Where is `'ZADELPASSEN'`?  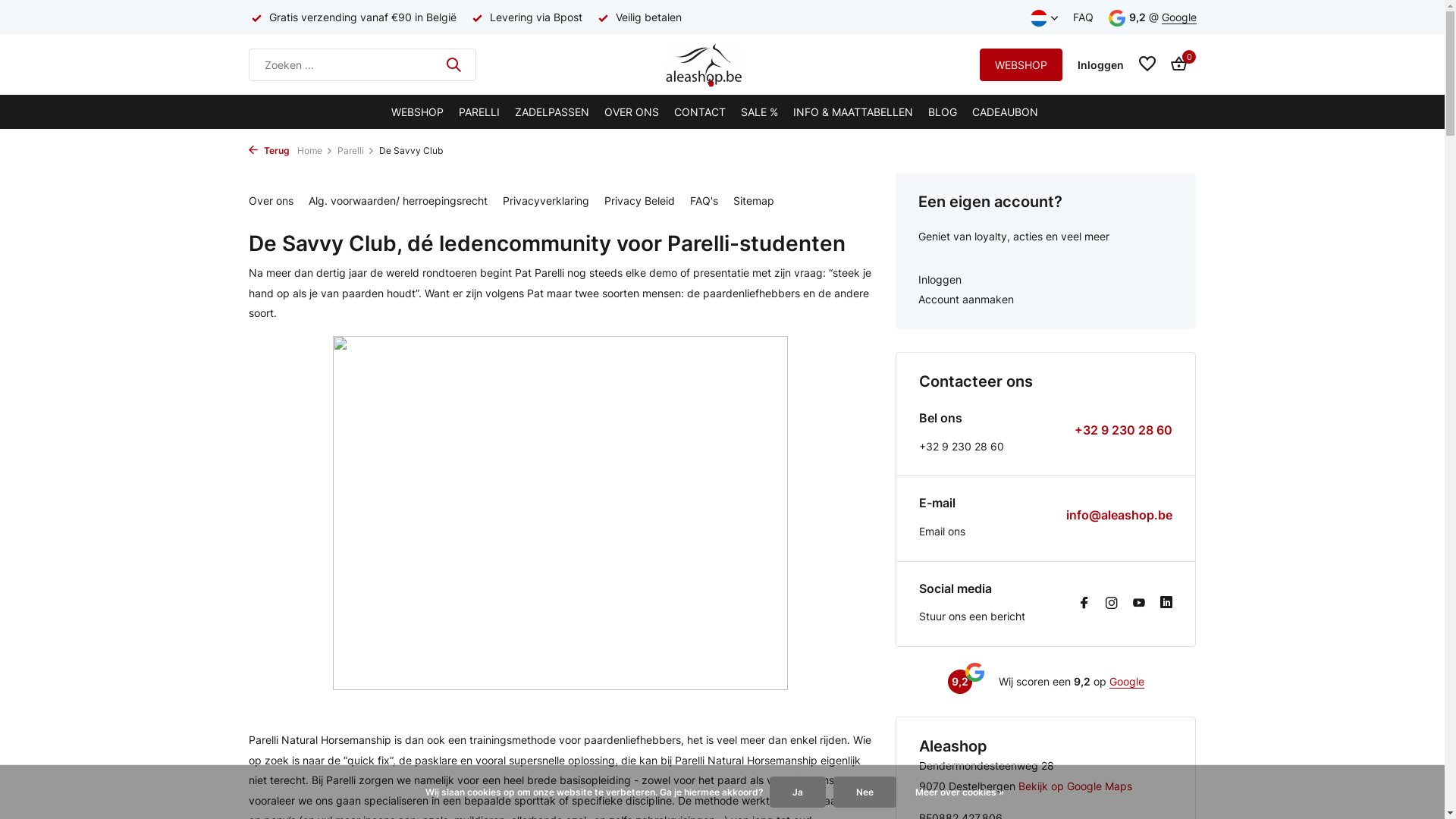
'ZADELPASSEN' is located at coordinates (551, 111).